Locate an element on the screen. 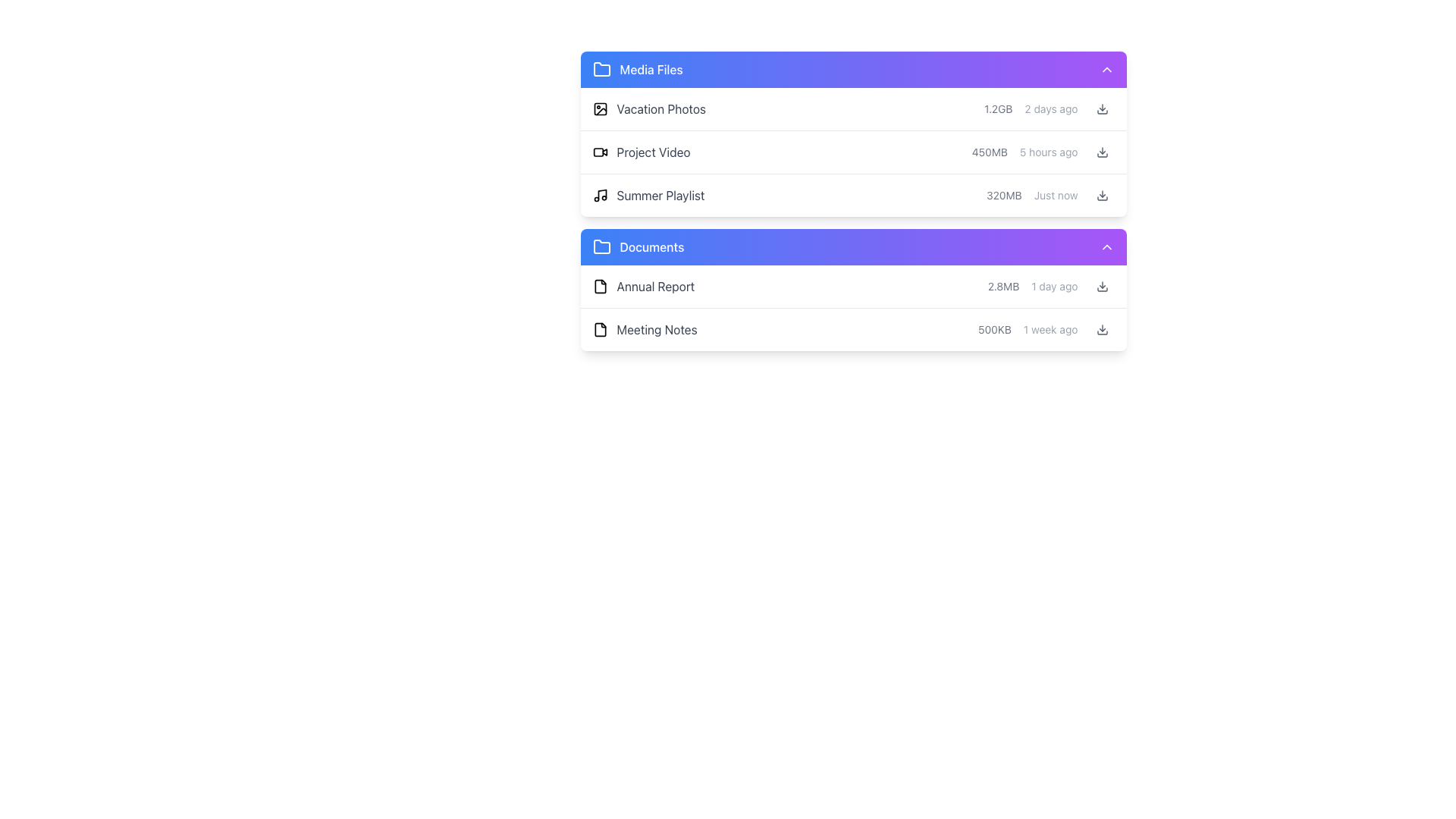  label that identifies the 'Annual Report' in the Documents section, which is the first item listed and aligned to the left of the document icon is located at coordinates (643, 287).